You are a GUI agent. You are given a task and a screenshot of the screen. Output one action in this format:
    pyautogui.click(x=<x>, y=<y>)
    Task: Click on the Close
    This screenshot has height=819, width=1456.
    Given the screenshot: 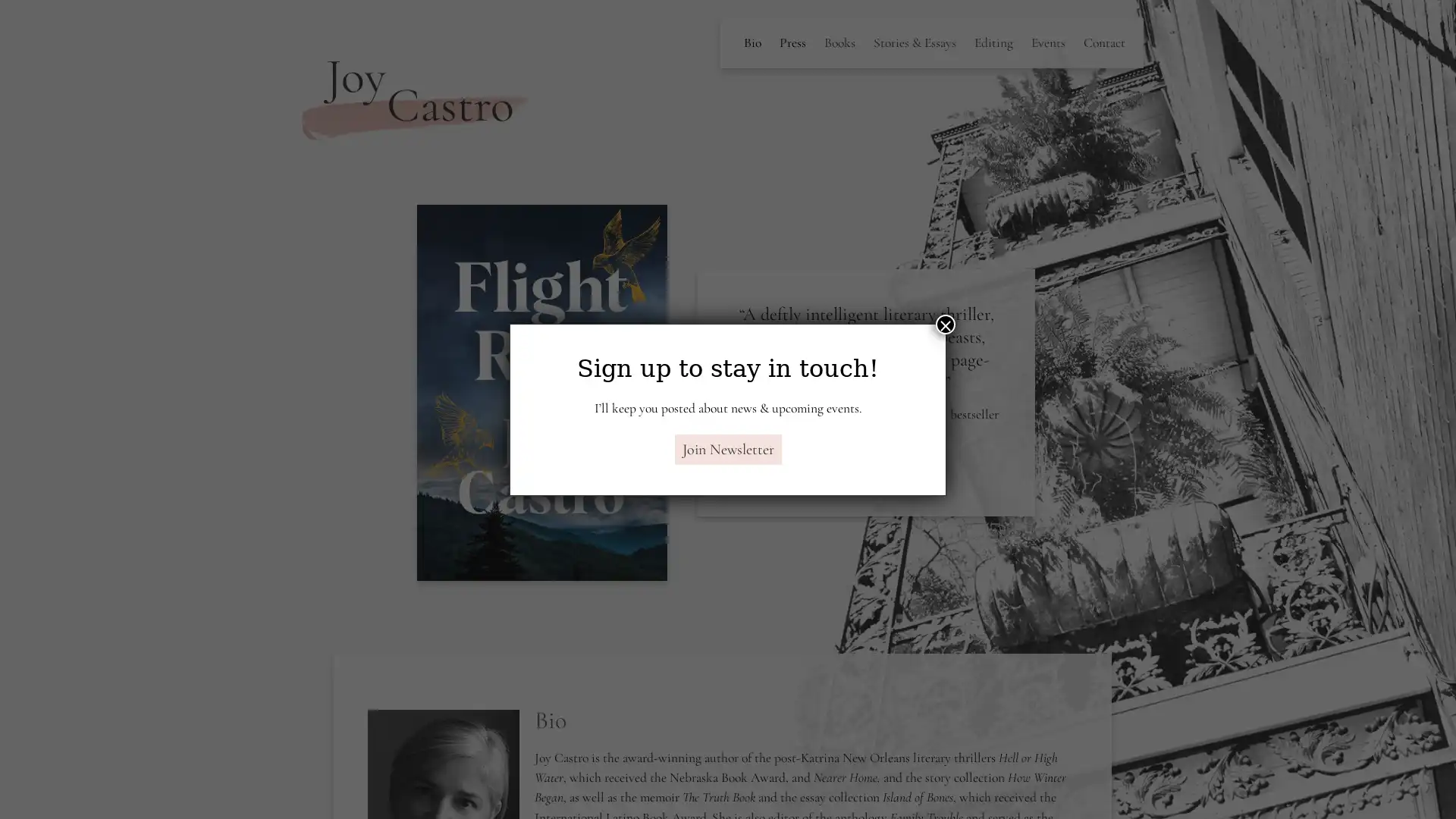 What is the action you would take?
    pyautogui.click(x=945, y=323)
    